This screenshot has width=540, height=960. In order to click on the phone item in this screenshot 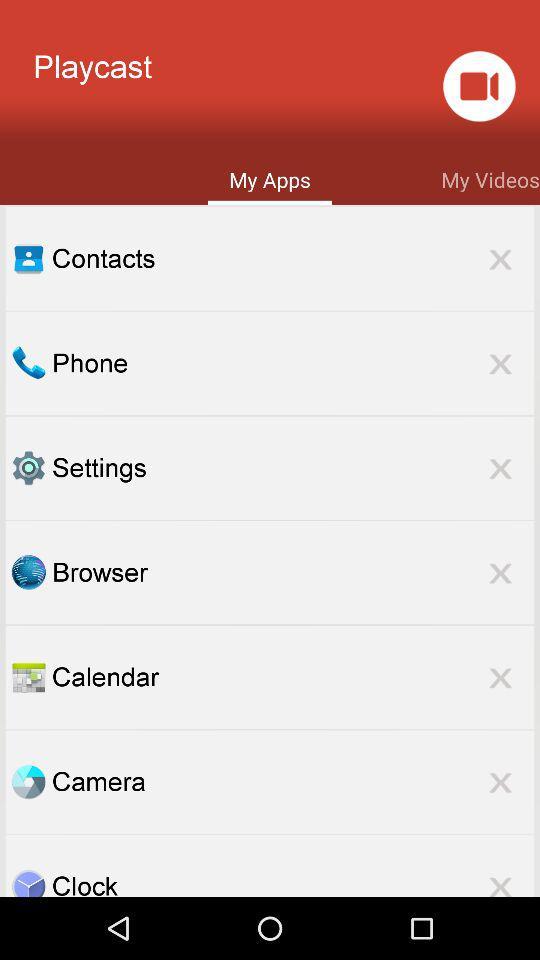, I will do `click(292, 362)`.